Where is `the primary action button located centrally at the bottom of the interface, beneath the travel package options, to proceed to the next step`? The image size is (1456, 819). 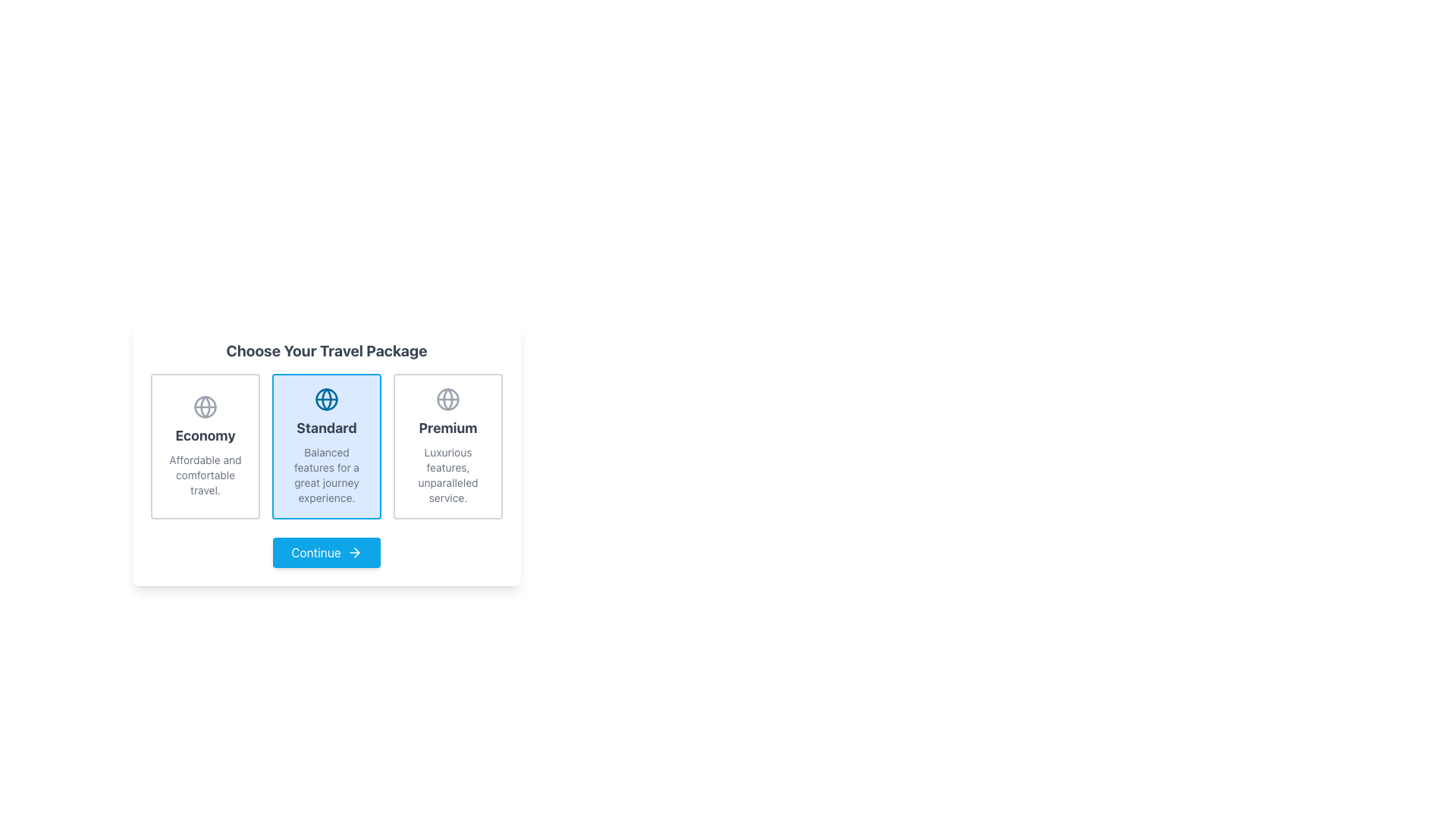
the primary action button located centrally at the bottom of the interface, beneath the travel package options, to proceed to the next step is located at coordinates (326, 553).